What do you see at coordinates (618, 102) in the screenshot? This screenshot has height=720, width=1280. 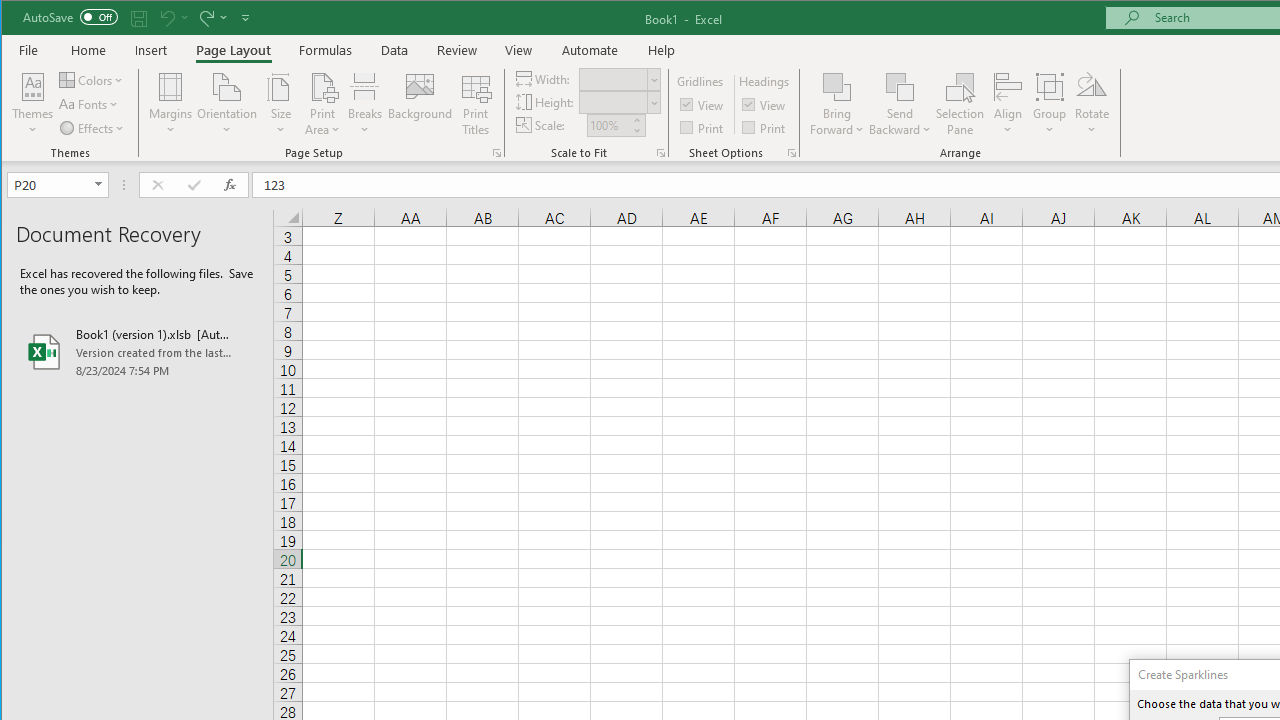 I see `'Height'` at bounding box center [618, 102].